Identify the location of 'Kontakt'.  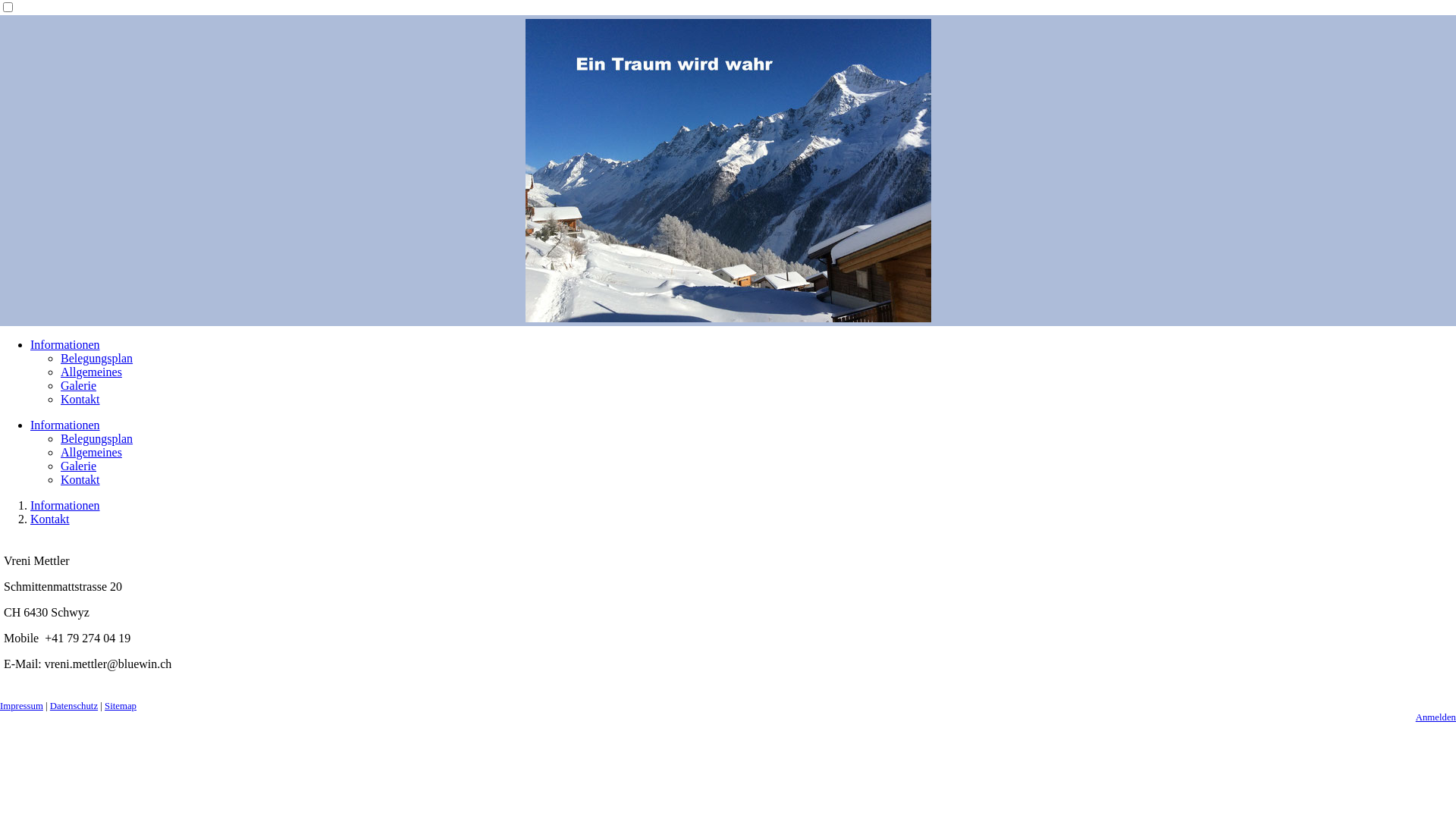
(50, 518).